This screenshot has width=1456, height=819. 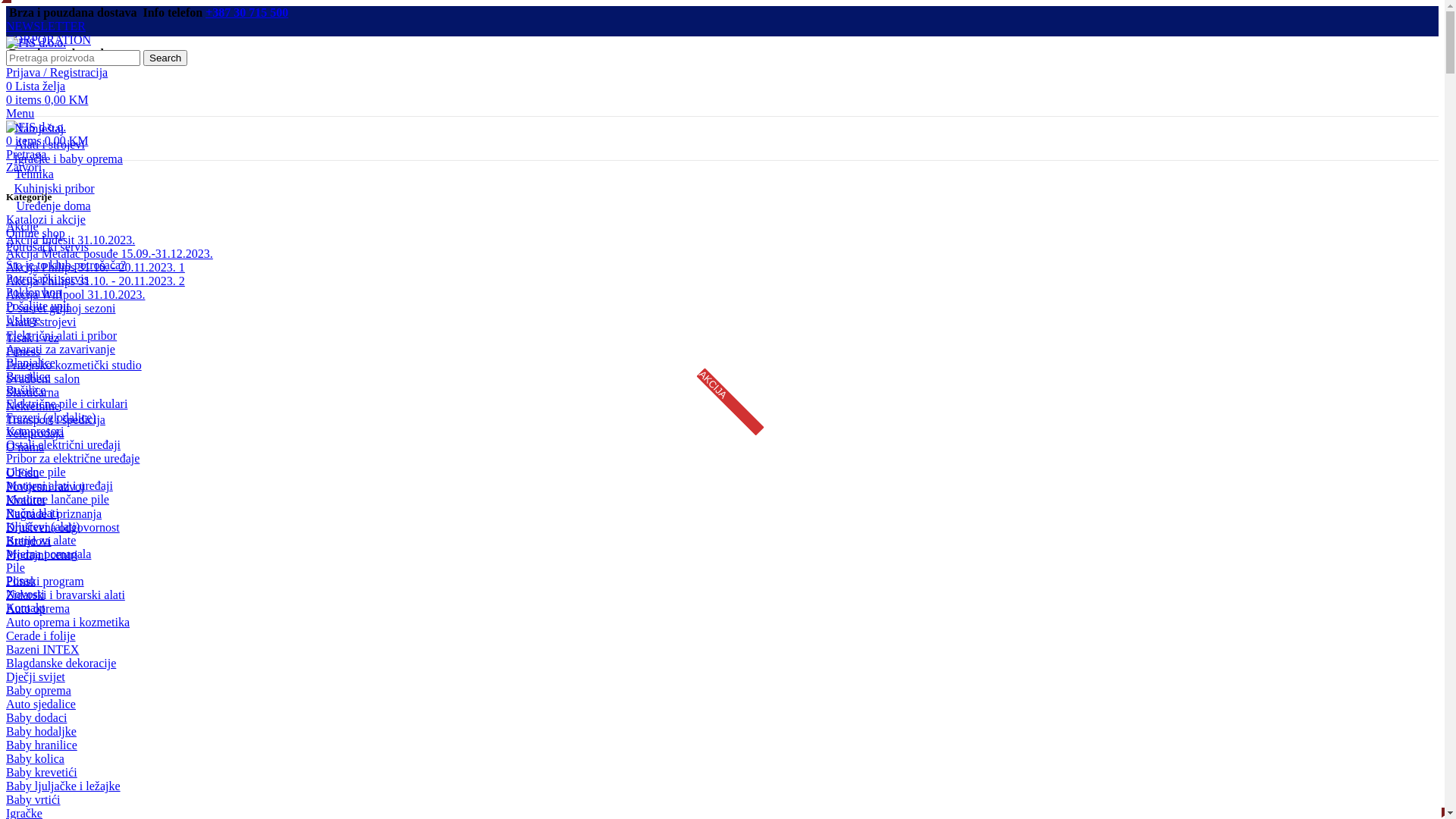 I want to click on 'Kuhinjski pribor', so click(x=50, y=187).